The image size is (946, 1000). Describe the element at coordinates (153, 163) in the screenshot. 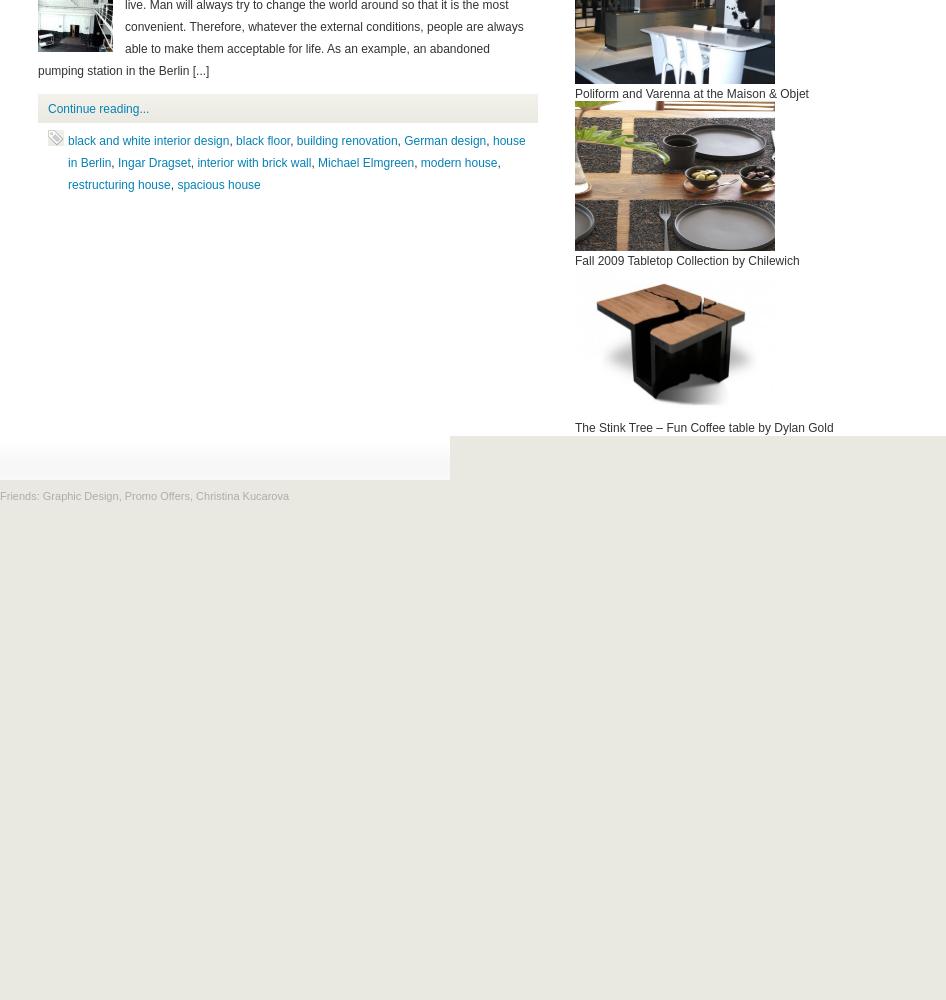

I see `'Ingar Dragset'` at that location.